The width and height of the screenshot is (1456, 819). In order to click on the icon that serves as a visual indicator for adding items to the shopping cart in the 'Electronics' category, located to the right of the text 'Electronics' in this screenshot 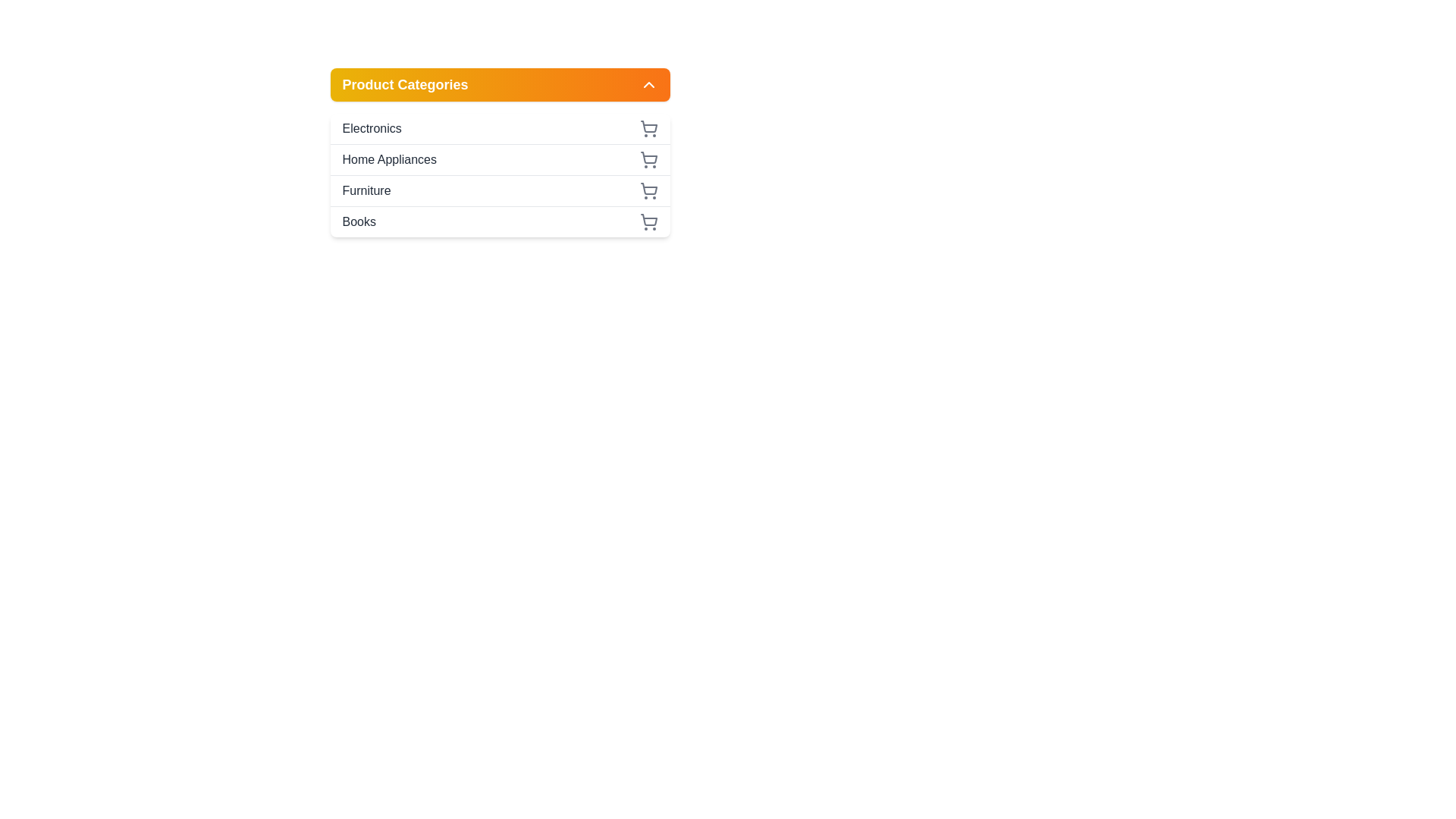, I will do `click(648, 127)`.